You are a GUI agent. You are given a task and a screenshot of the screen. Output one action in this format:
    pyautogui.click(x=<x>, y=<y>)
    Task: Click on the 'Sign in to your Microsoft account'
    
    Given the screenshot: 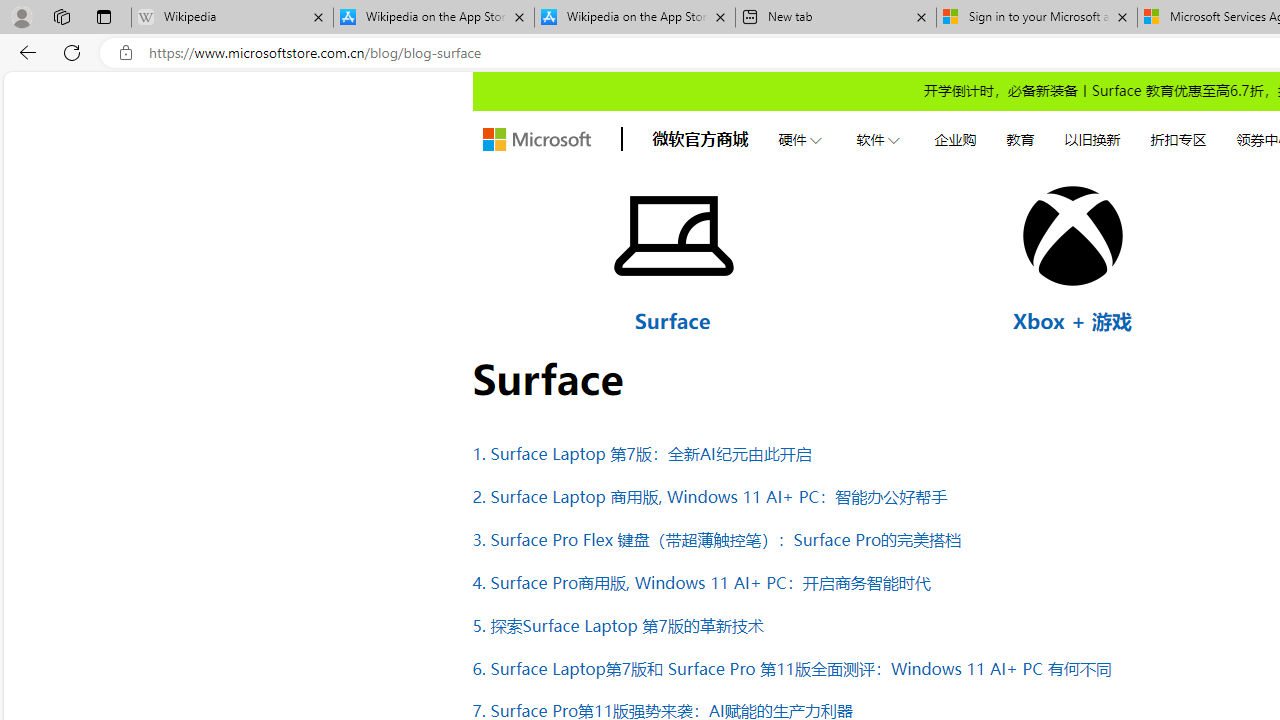 What is the action you would take?
    pyautogui.click(x=1036, y=17)
    